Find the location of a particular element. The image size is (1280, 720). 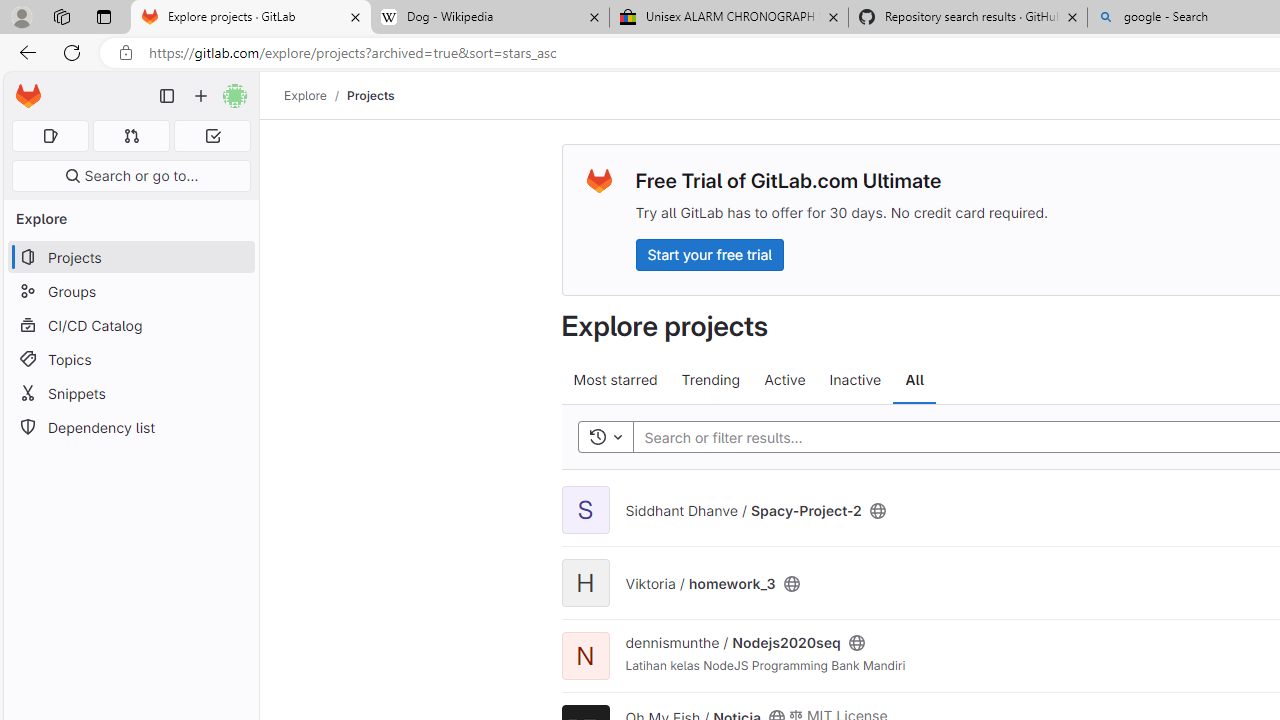

'Snippets' is located at coordinates (130, 393).